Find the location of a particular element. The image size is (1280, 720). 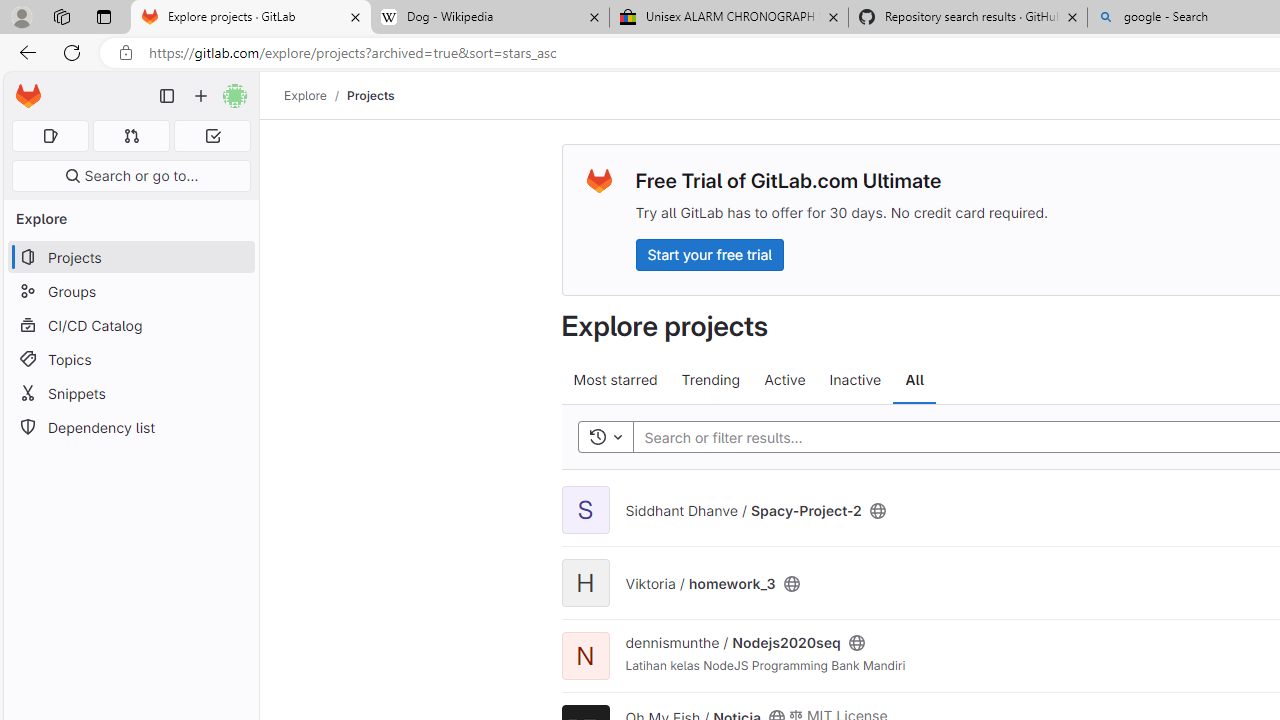

'Snippets' is located at coordinates (130, 393).